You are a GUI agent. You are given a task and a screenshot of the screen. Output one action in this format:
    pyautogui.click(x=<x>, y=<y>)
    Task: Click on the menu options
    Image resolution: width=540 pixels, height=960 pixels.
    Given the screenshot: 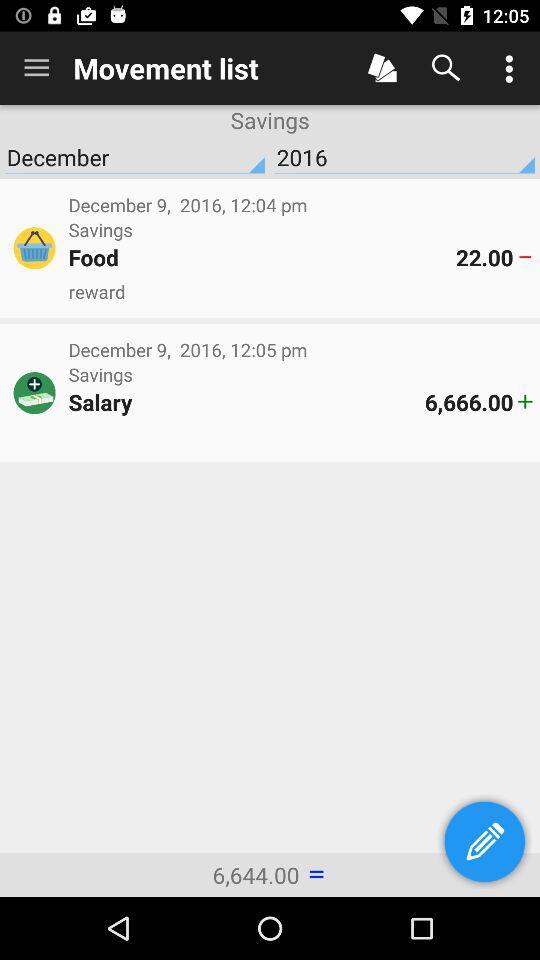 What is the action you would take?
    pyautogui.click(x=508, y=68)
    